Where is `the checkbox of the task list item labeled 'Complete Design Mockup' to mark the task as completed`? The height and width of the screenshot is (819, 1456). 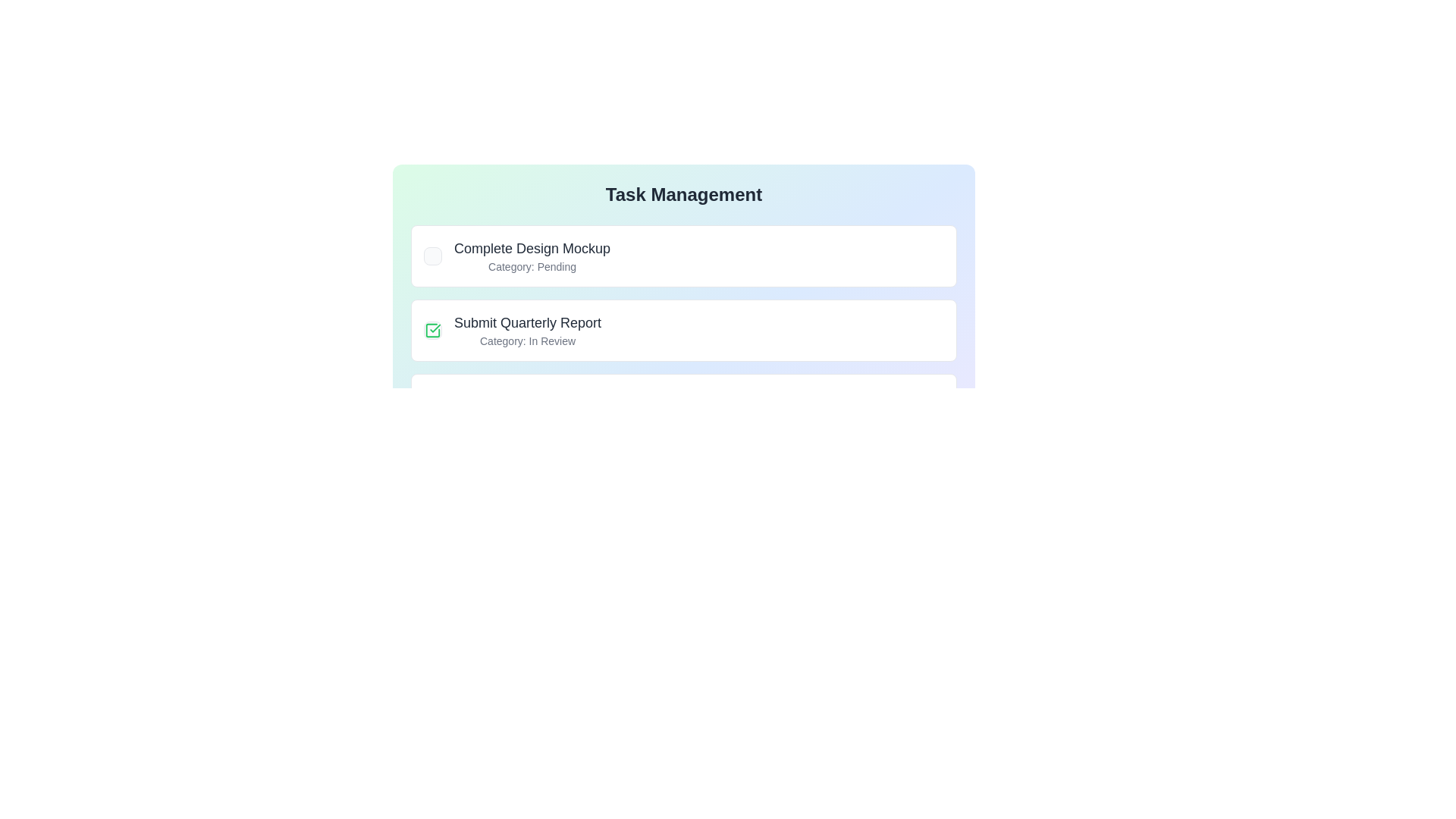
the checkbox of the task list item labeled 'Complete Design Mockup' to mark the task as completed is located at coordinates (516, 256).